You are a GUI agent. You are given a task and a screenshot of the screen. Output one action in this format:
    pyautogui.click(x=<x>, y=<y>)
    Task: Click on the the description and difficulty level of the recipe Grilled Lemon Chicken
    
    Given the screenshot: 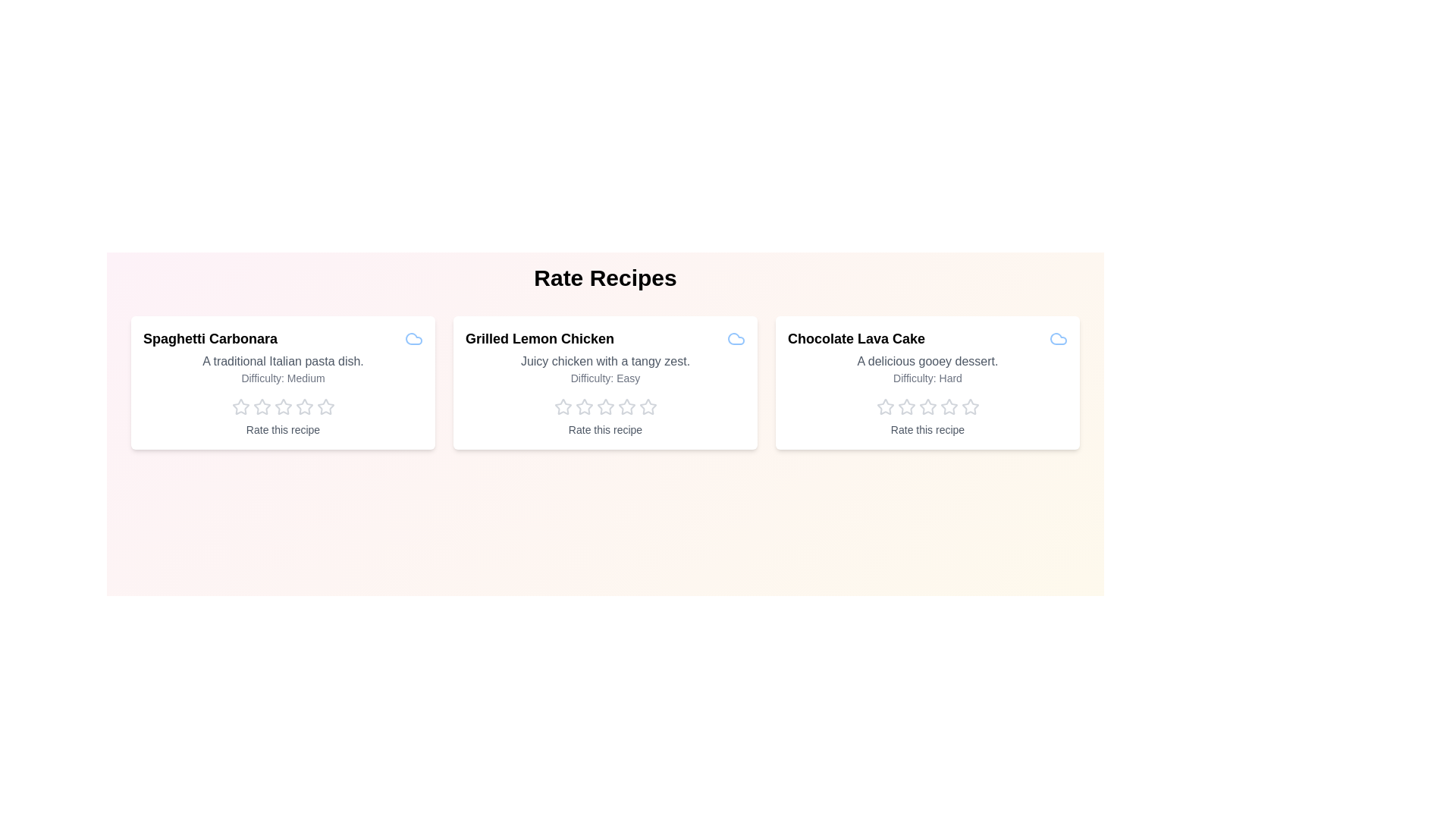 What is the action you would take?
    pyautogui.click(x=604, y=362)
    